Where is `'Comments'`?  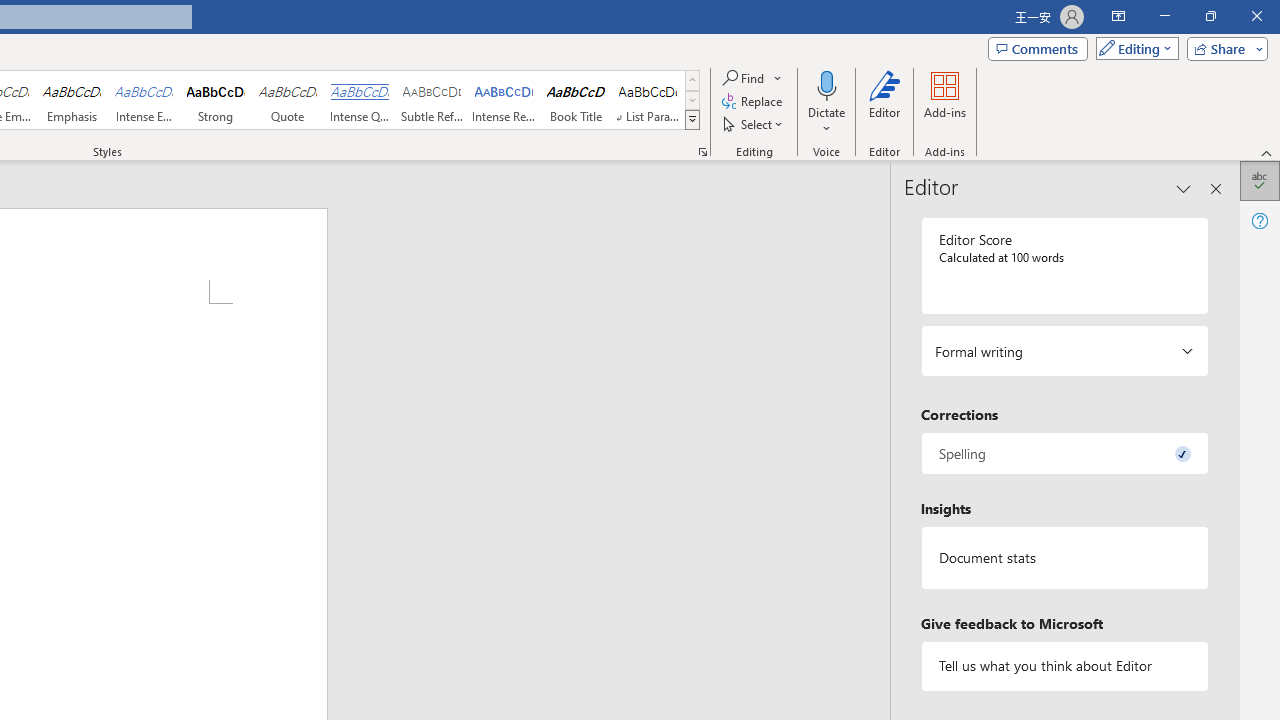 'Comments' is located at coordinates (1038, 47).